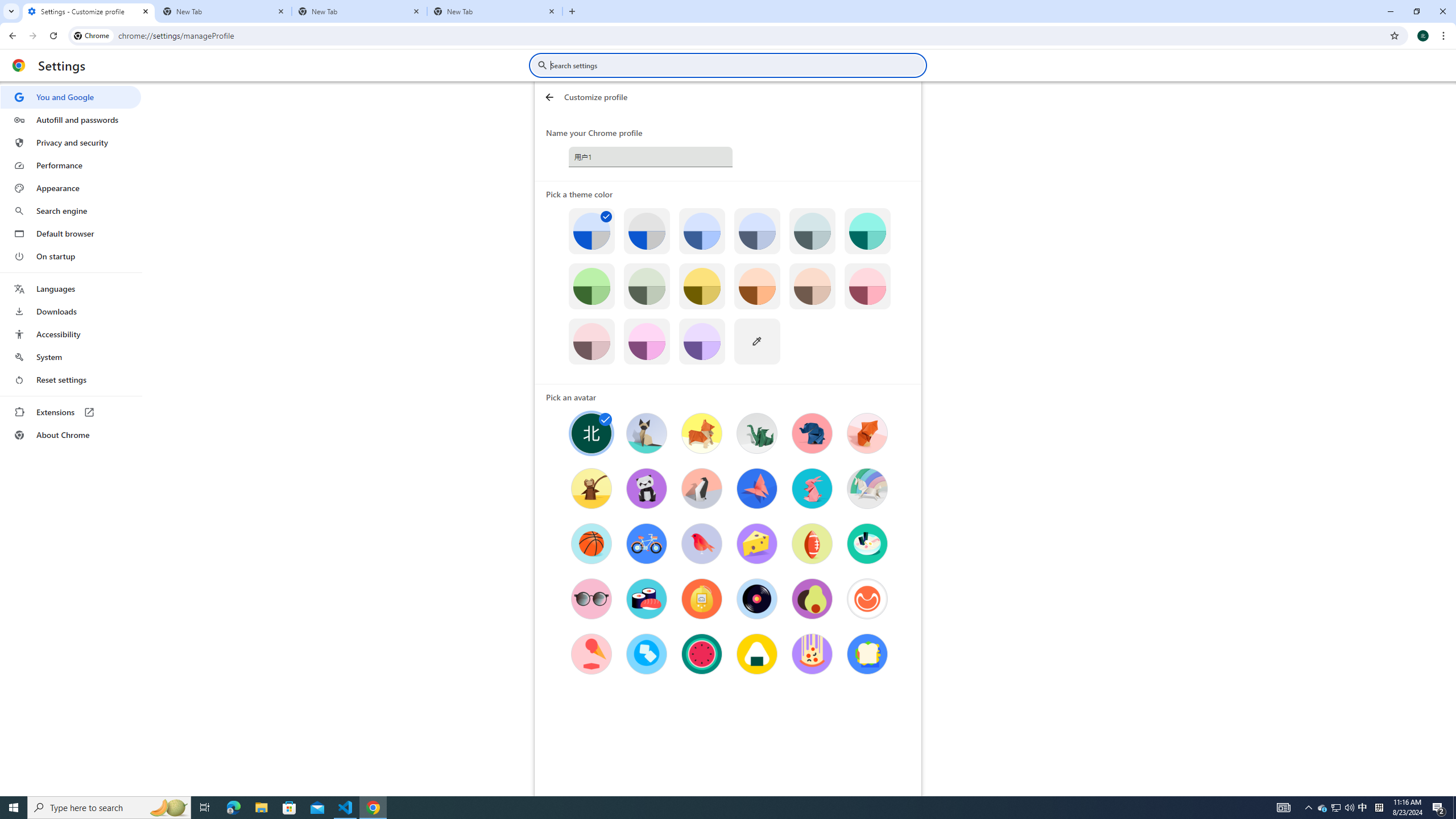 This screenshot has height=819, width=1456. I want to click on 'Performance', so click(70, 165).